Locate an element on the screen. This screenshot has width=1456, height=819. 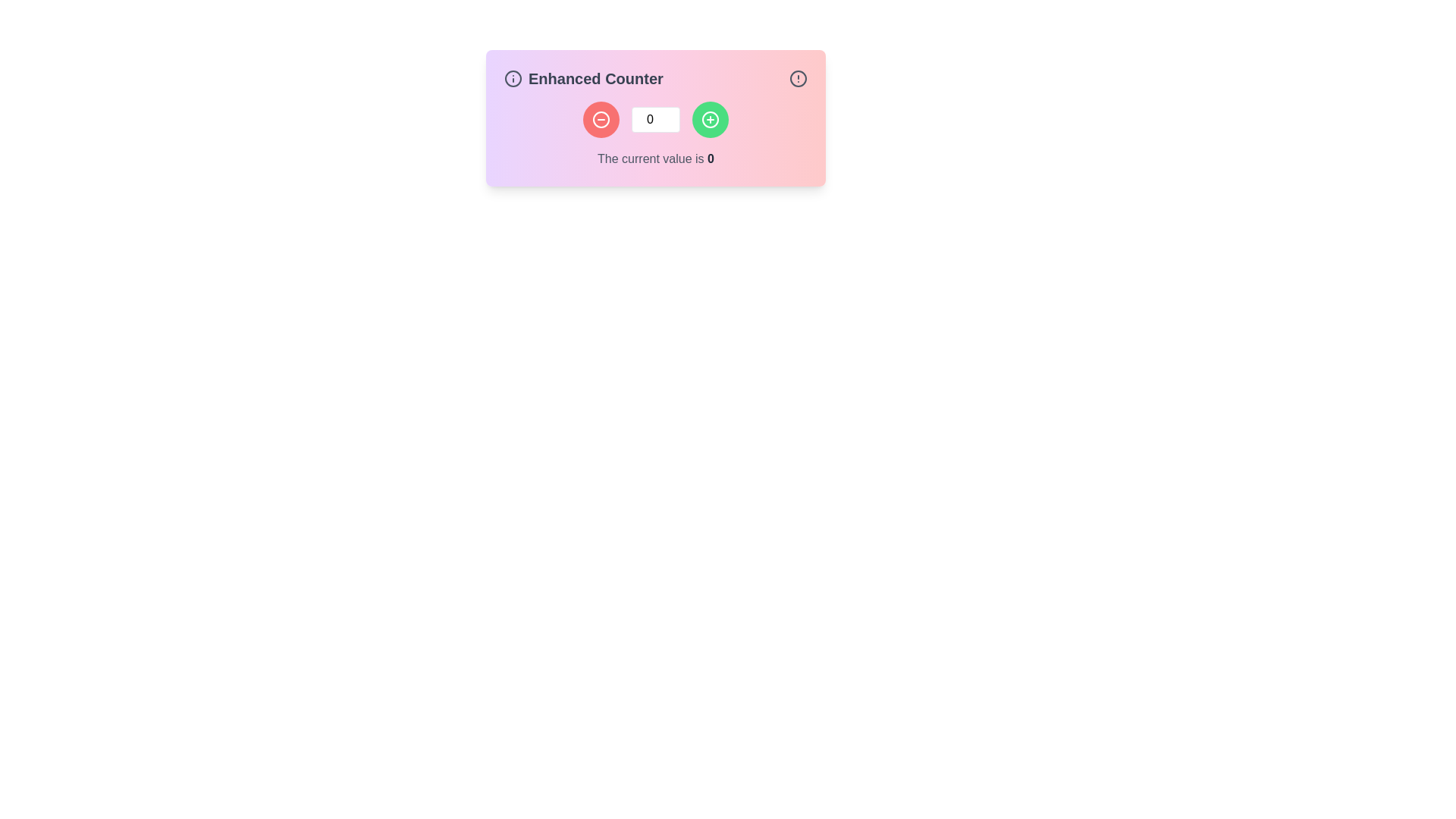
the add button located in the 'Enhanced Counter' card, to the right of the numeric input field is located at coordinates (709, 119).